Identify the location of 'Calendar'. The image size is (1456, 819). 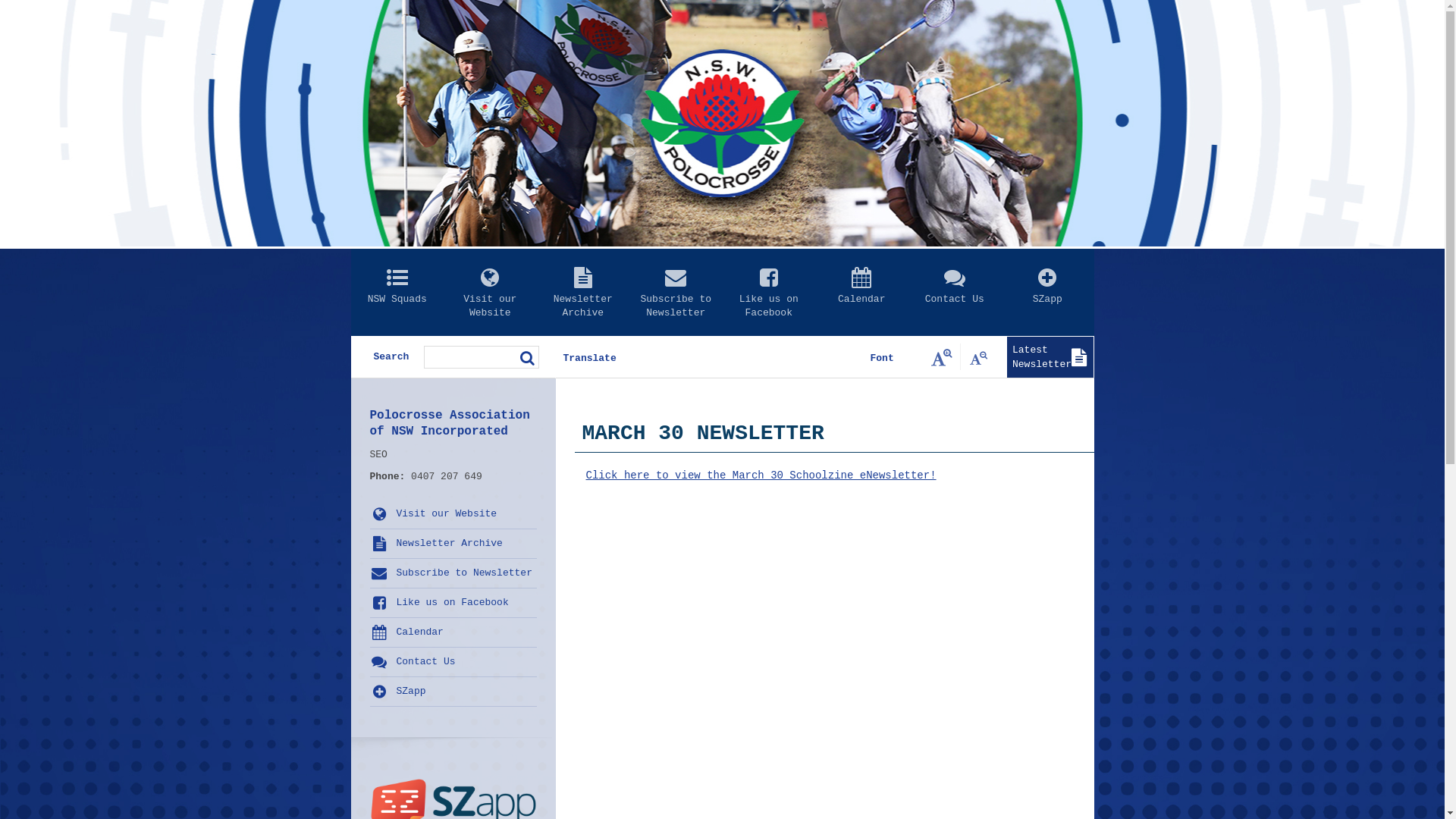
(370, 632).